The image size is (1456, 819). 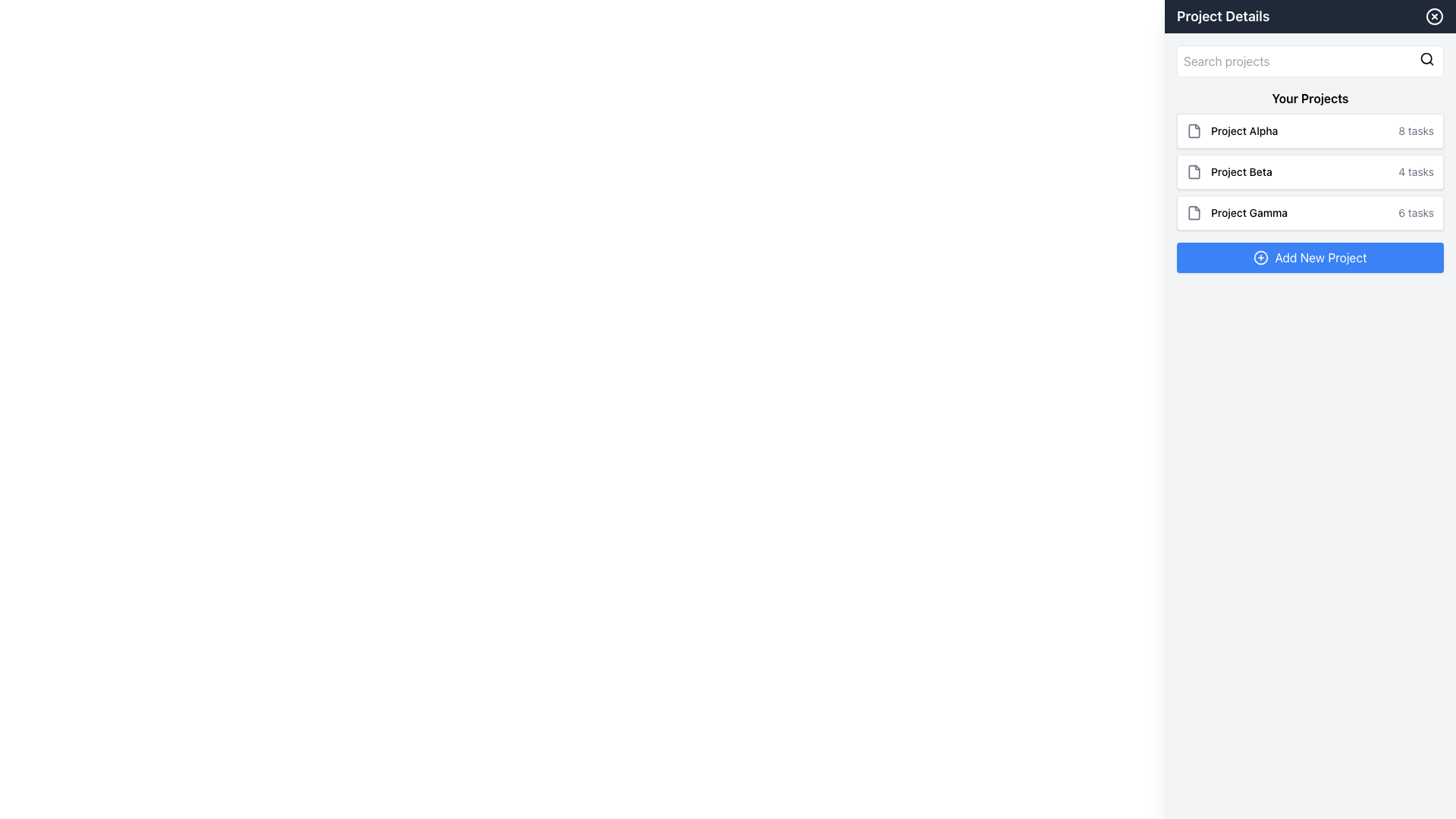 I want to click on the blue rectangular button labeled 'Add New Project' with a white outlined '+' icon to change its background color, so click(x=1310, y=256).